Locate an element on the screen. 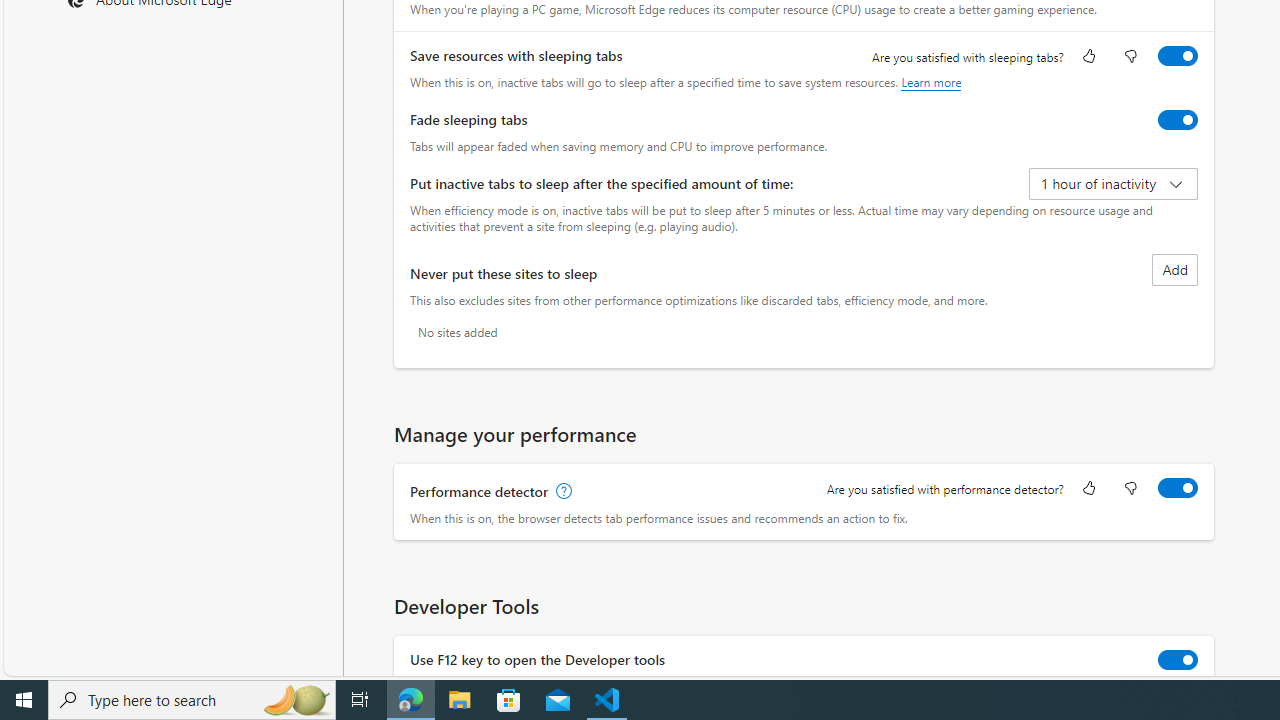 This screenshot has height=720, width=1280. 'Performance detector, learn more' is located at coordinates (561, 492).